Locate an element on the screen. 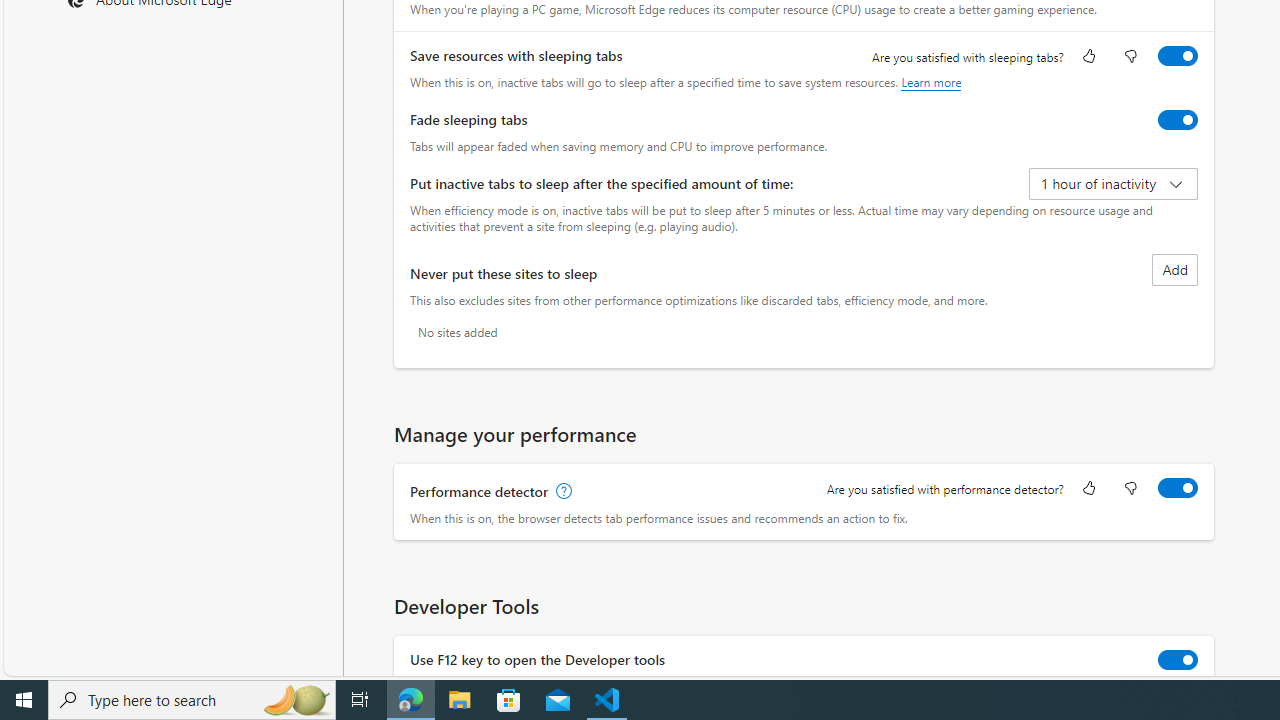 This screenshot has height=720, width=1280. 'Performance detector, learn more' is located at coordinates (561, 492).